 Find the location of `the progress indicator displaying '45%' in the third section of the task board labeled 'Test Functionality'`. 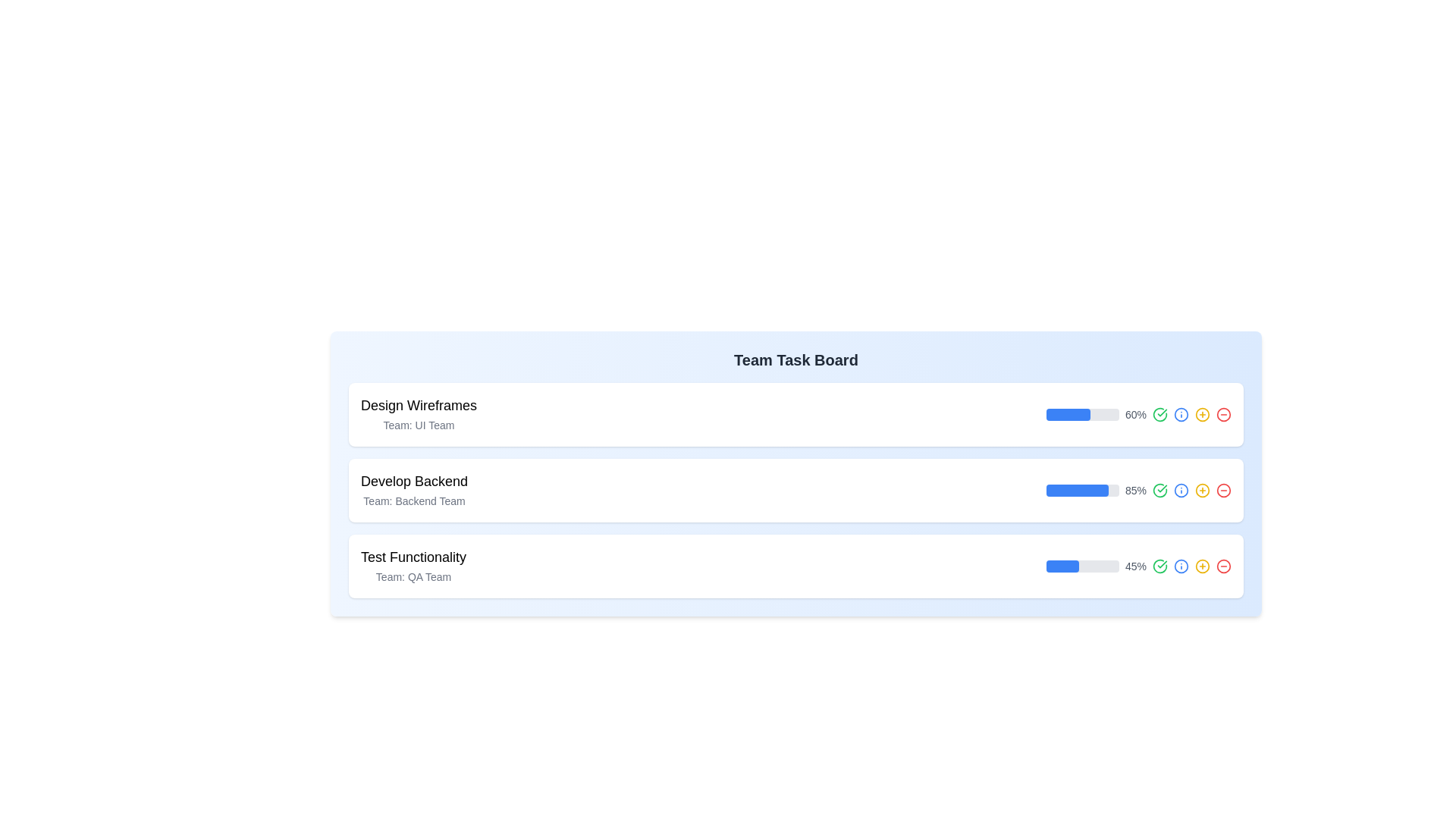

the progress indicator displaying '45%' in the third section of the task board labeled 'Test Functionality' is located at coordinates (1139, 566).